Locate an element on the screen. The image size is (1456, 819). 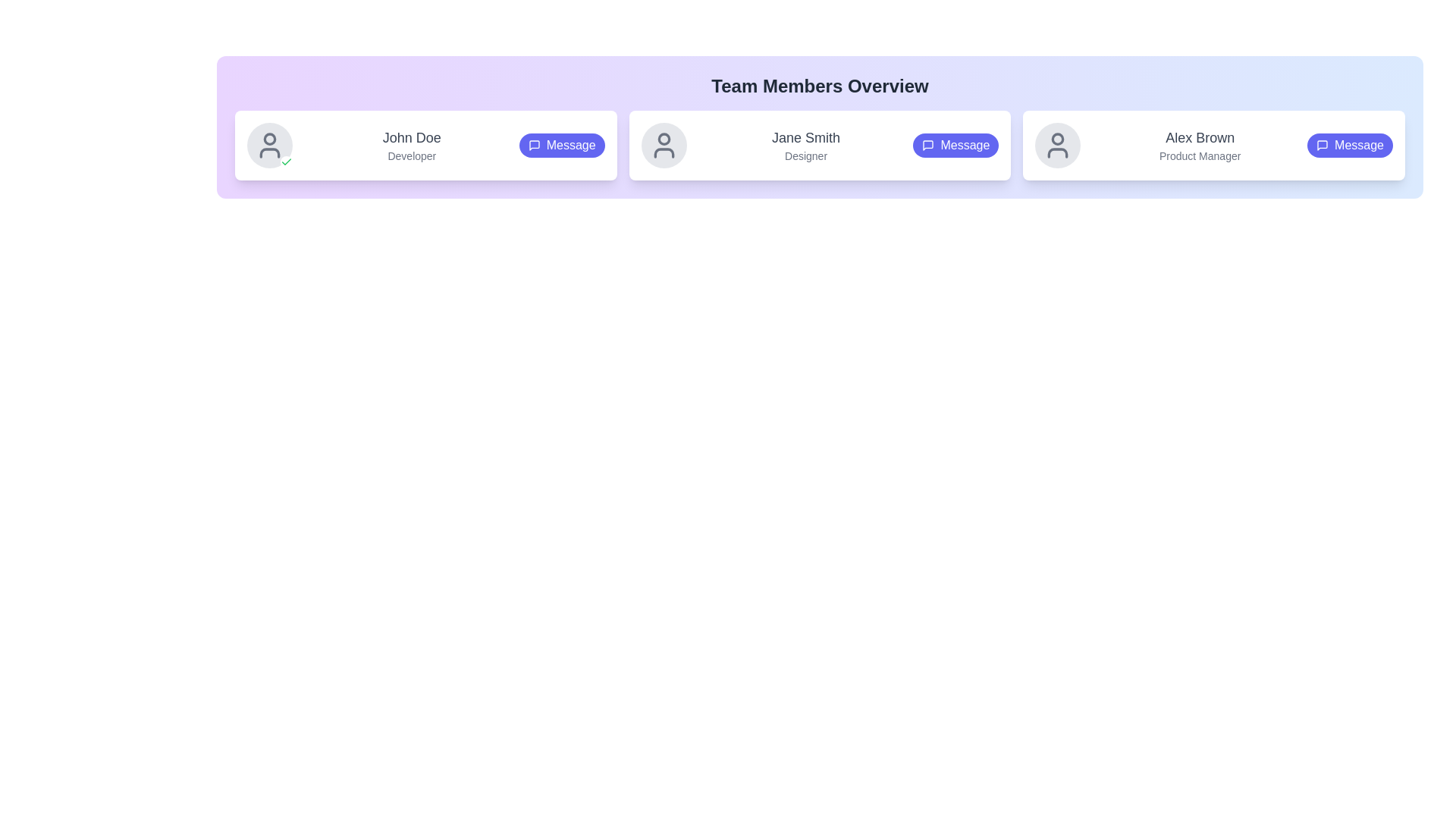
the 'Message' icon associated with 'Alex Brown' located in the fourth profile card on the rightmost side of the interface is located at coordinates (1322, 146).